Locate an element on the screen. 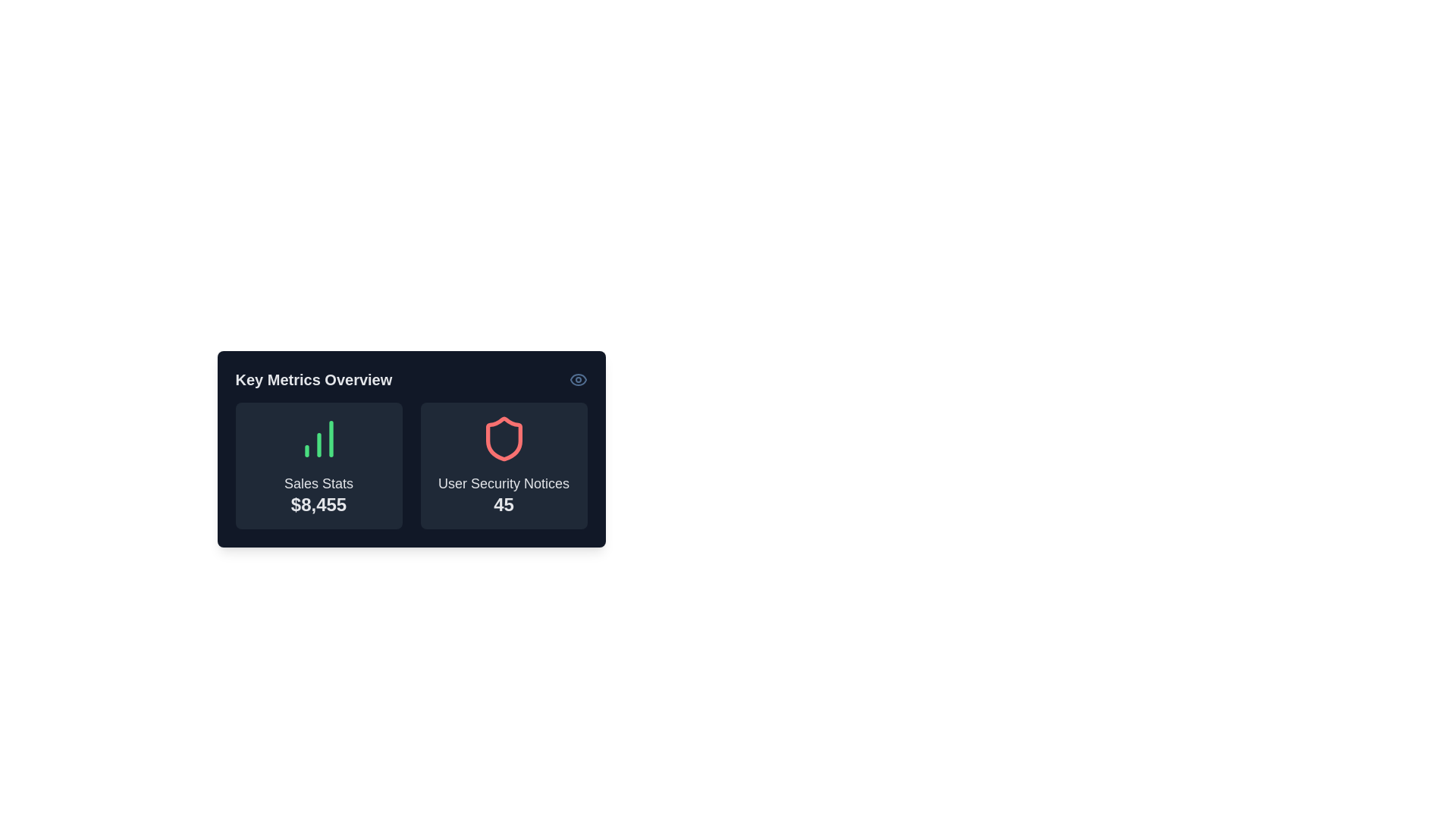 The height and width of the screenshot is (819, 1456). the shield icon outlined in red, located within the 'User Security Notices' card in the 'Key Metrics Overview' section, positioned centrally above the text '45' is located at coordinates (504, 438).